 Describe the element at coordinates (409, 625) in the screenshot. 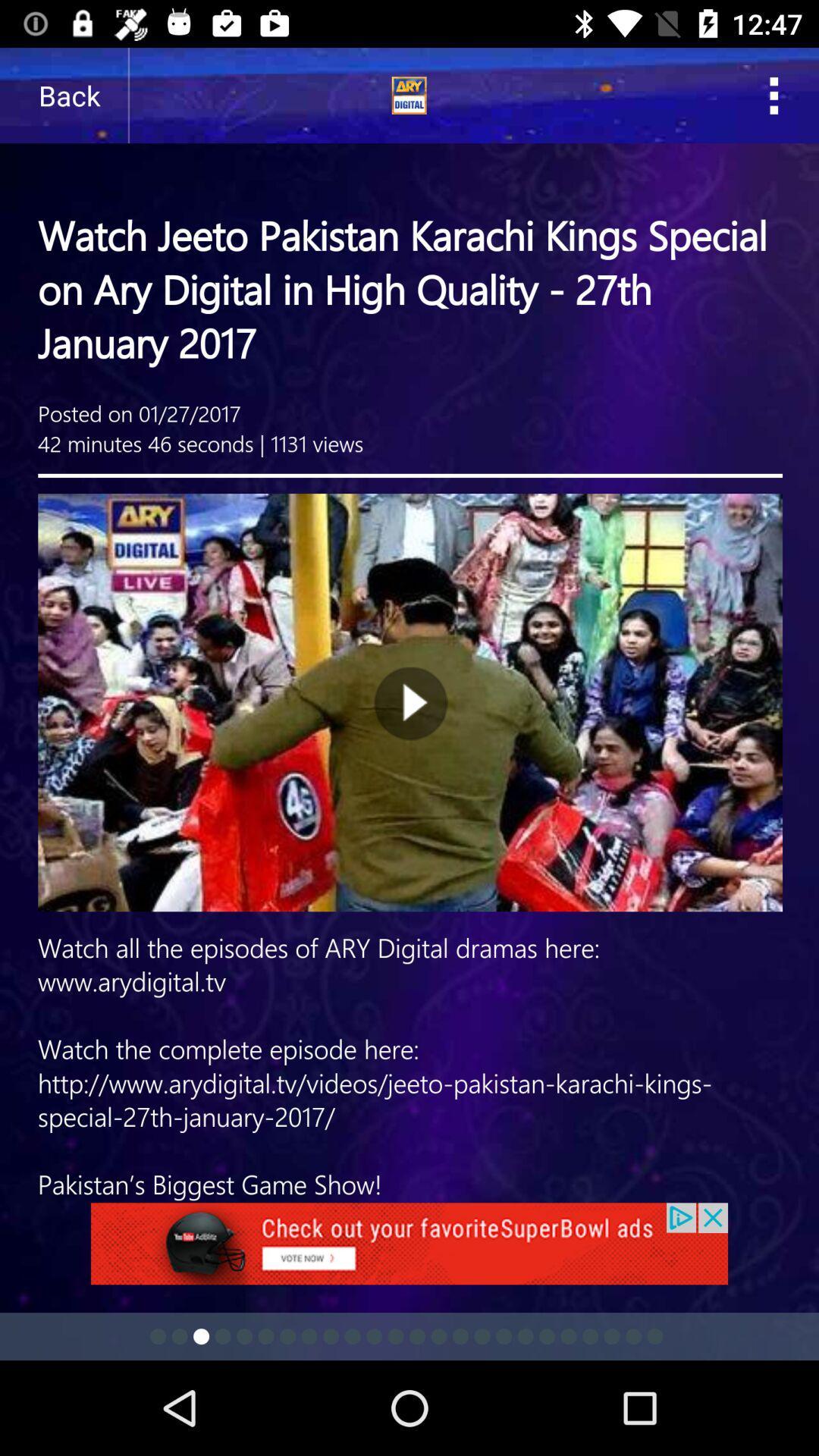

I see `advertisement page` at that location.